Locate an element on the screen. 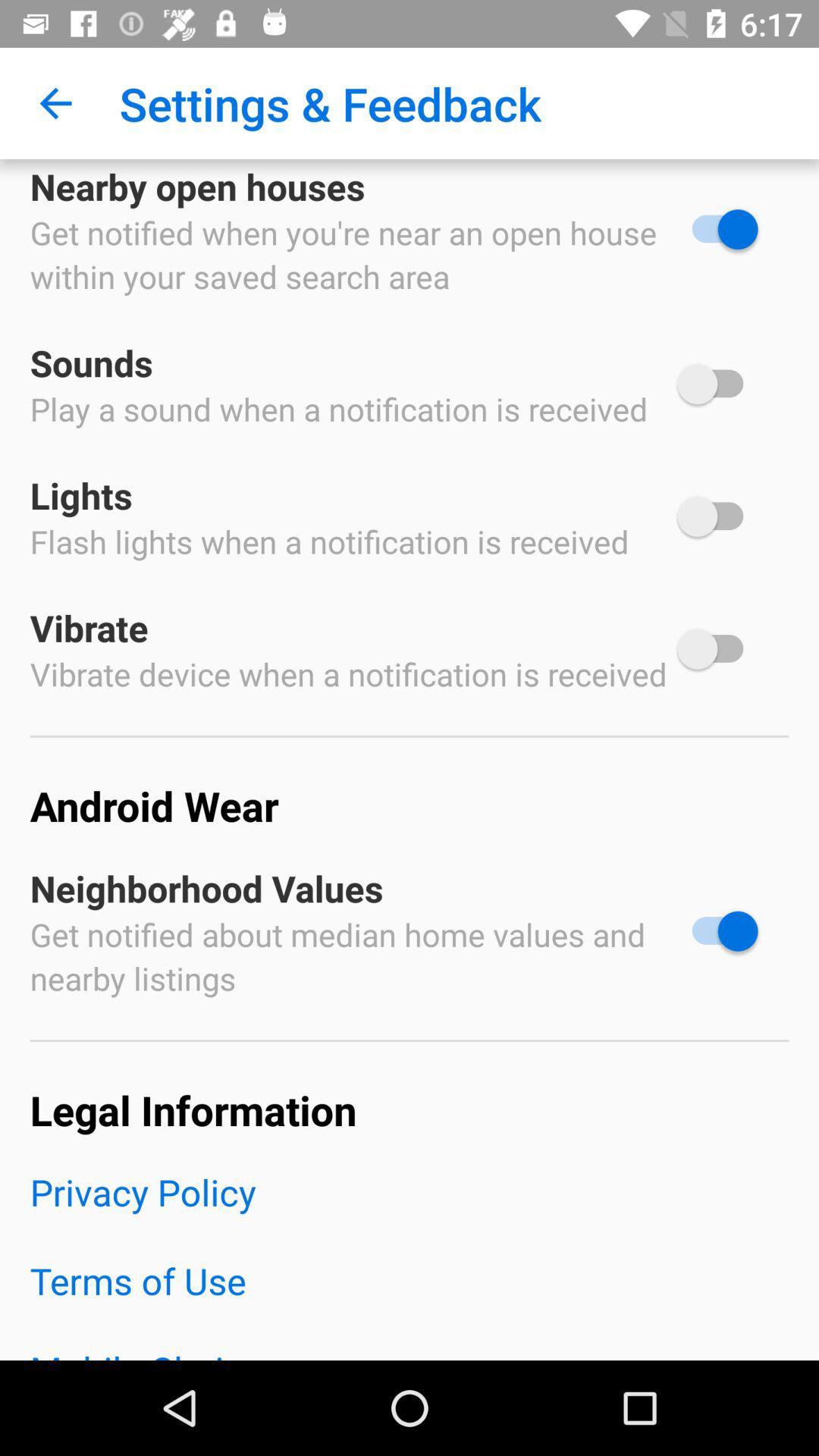 This screenshot has width=819, height=1456. toggles vibrate option is located at coordinates (717, 649).